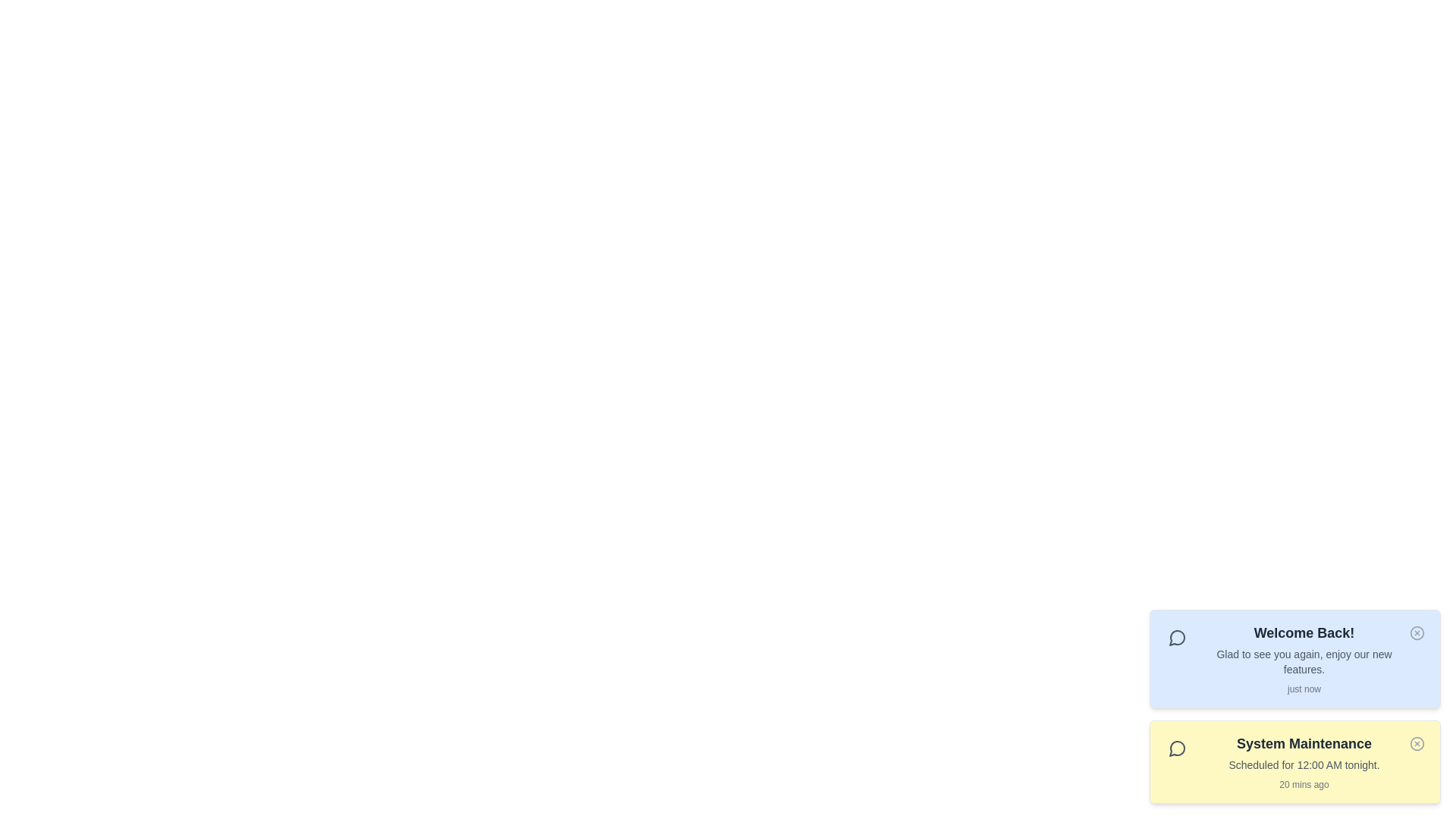  What do you see at coordinates (1416, 632) in the screenshot?
I see `the notification icon for Welcome Back! to interact with it` at bounding box center [1416, 632].